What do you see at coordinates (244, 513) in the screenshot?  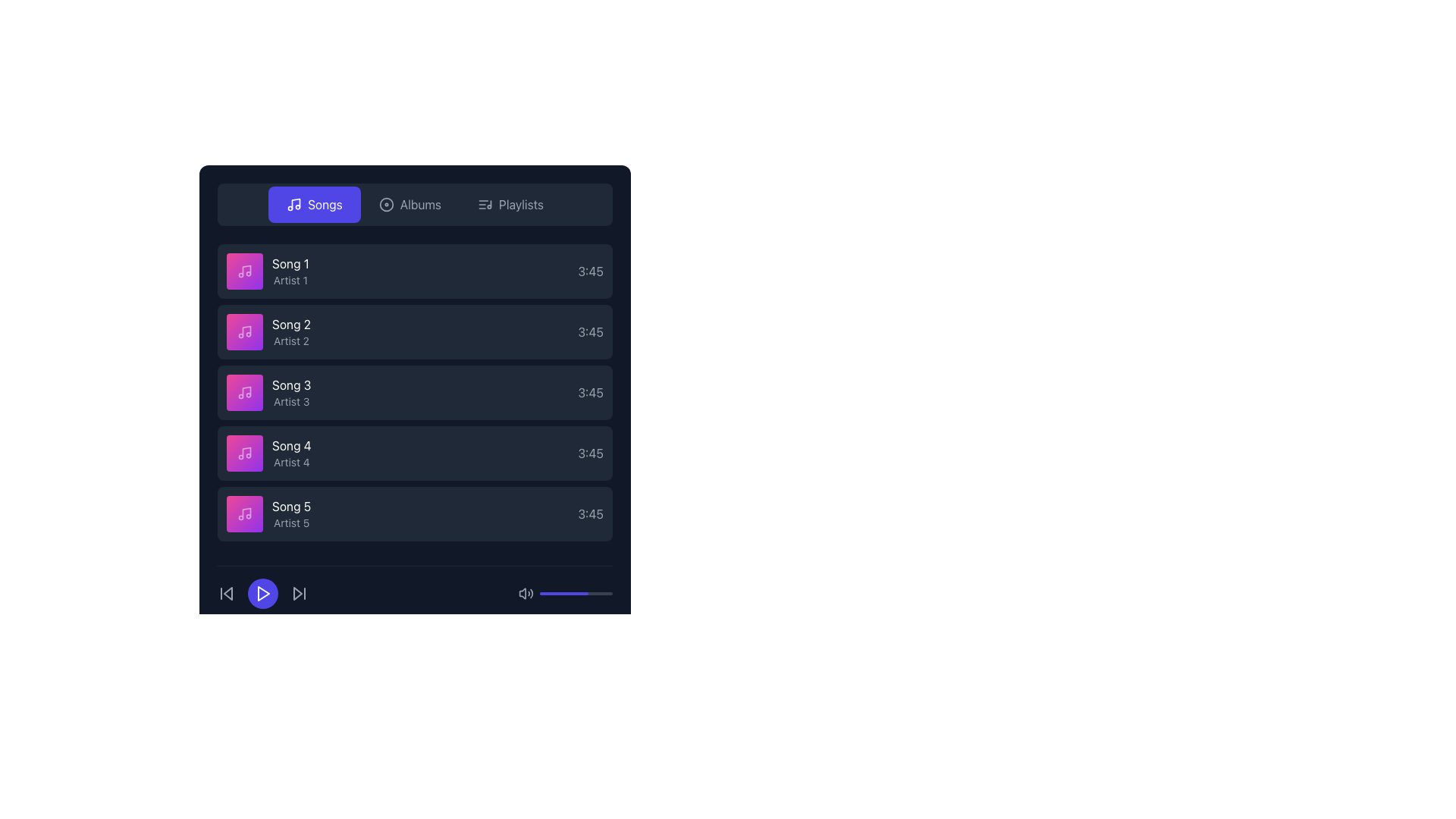 I see `the decorative icon for the 'Song 5' list item, which indicates it pertains to a music track` at bounding box center [244, 513].